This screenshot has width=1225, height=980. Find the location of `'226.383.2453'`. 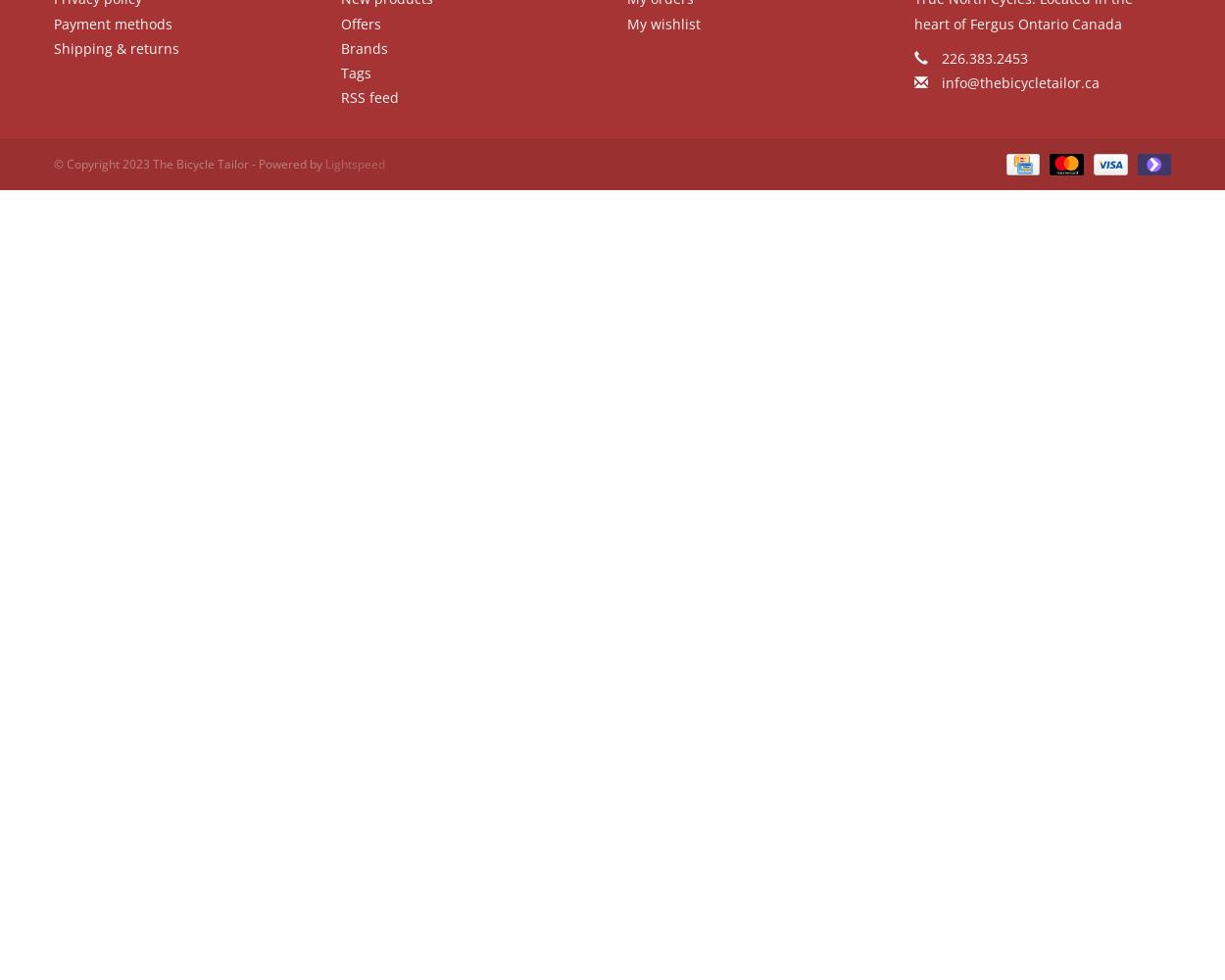

'226.383.2453' is located at coordinates (936, 57).